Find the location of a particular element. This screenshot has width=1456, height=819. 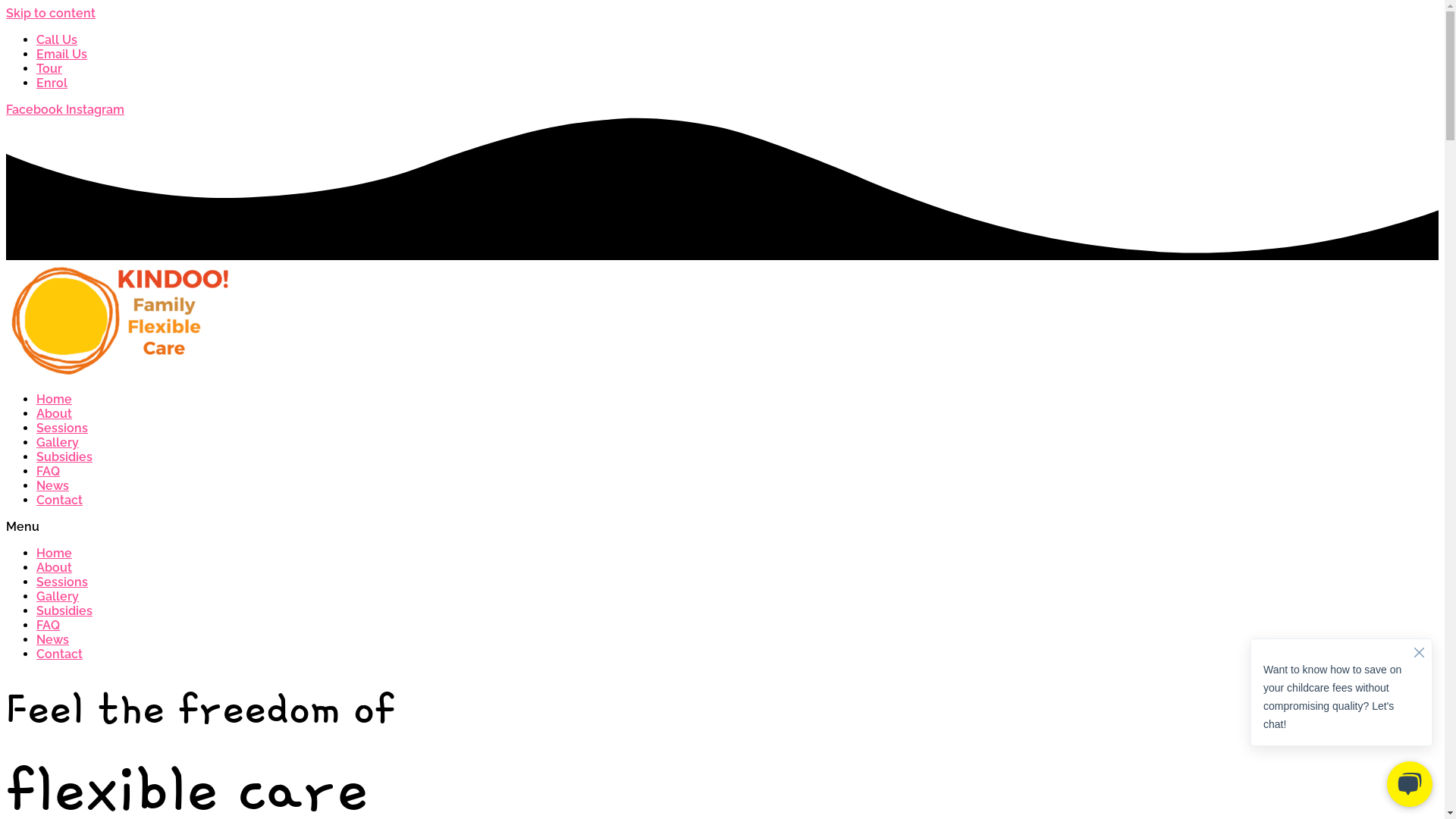

'About' is located at coordinates (54, 413).